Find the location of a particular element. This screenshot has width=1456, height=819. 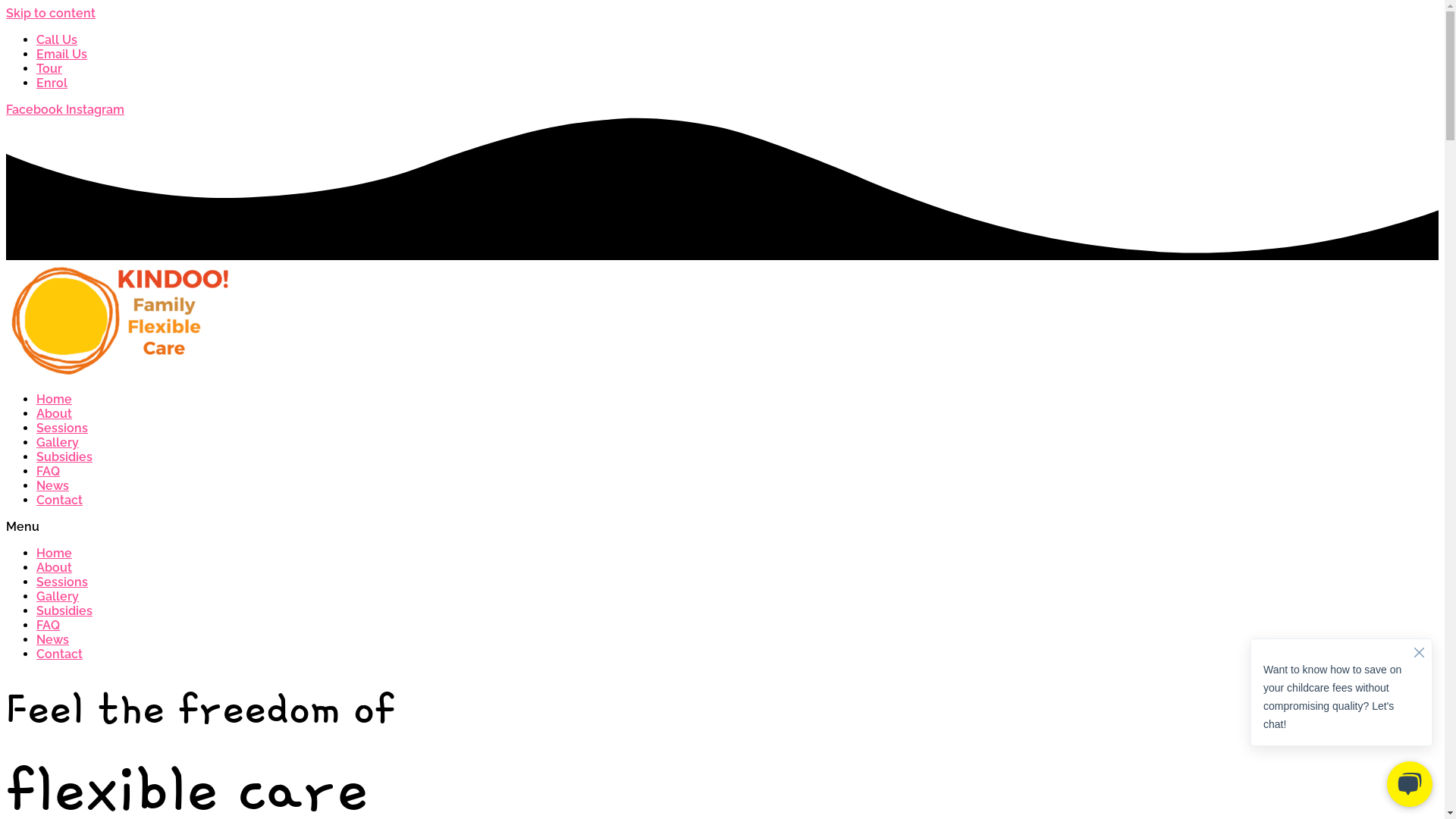

'About' is located at coordinates (54, 413).